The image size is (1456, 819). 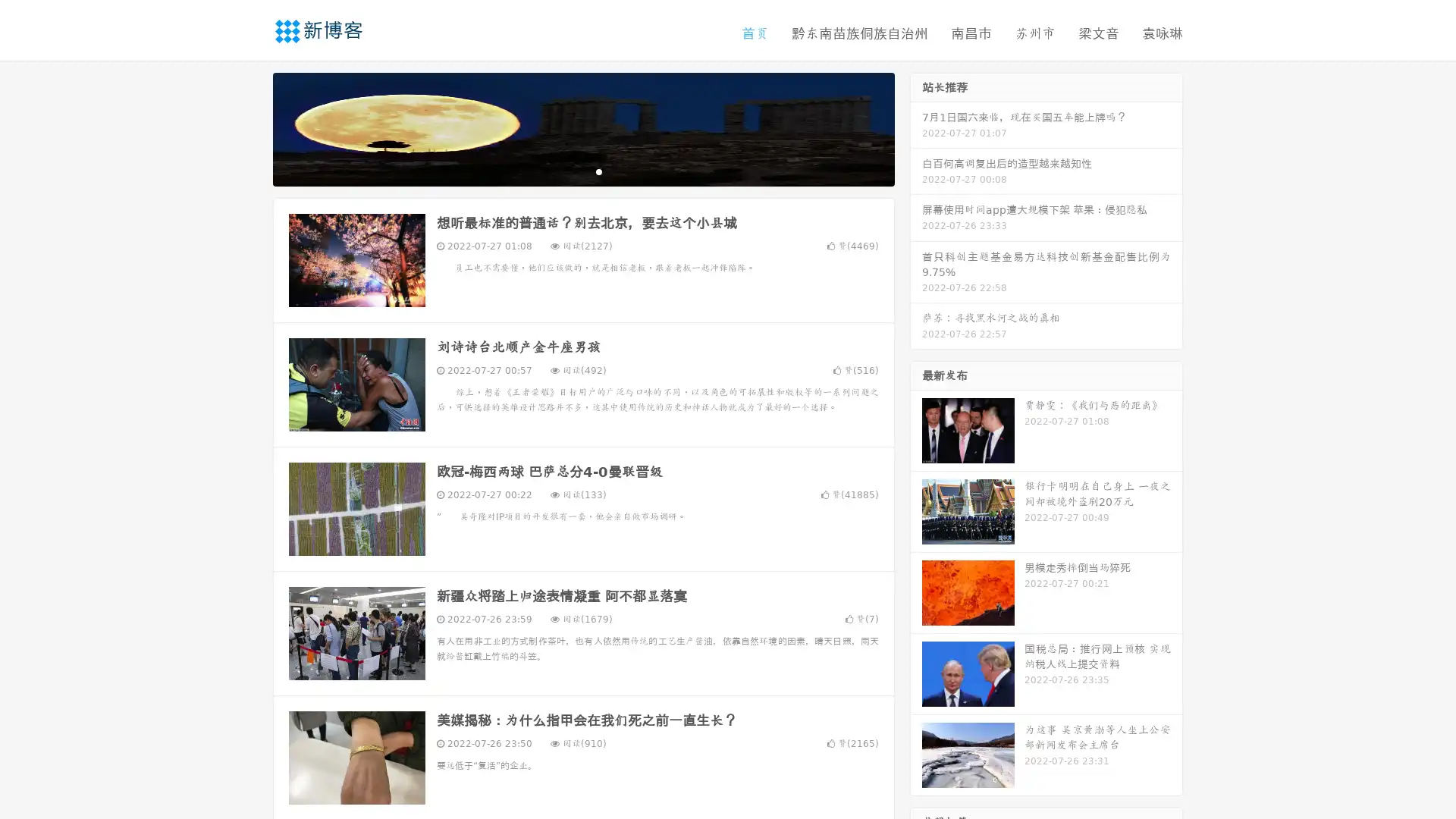 I want to click on Go to slide 1, so click(x=567, y=171).